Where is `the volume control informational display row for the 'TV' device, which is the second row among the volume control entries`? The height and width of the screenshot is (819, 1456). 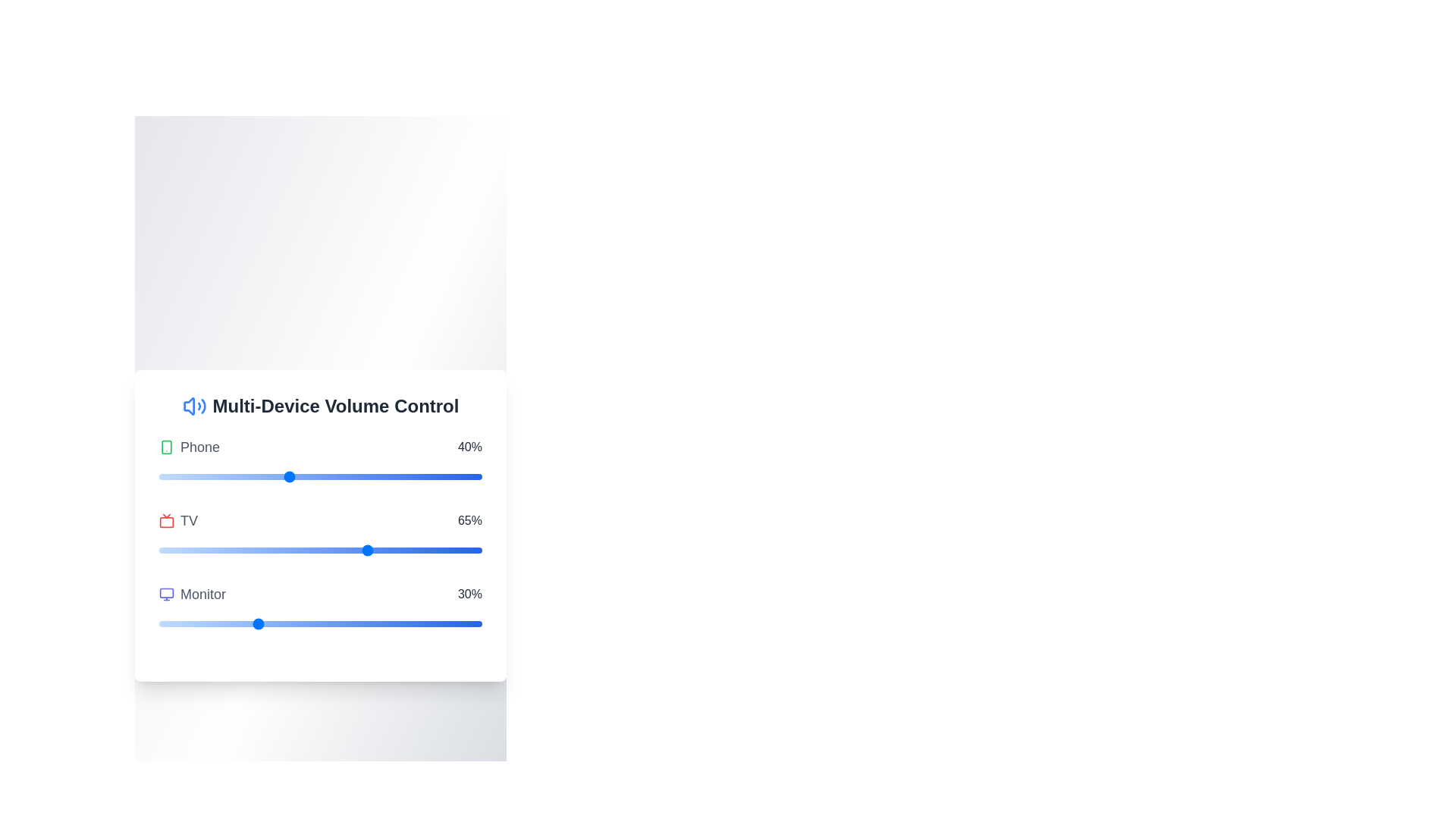
the volume control informational display row for the 'TV' device, which is the second row among the volume control entries is located at coordinates (319, 519).